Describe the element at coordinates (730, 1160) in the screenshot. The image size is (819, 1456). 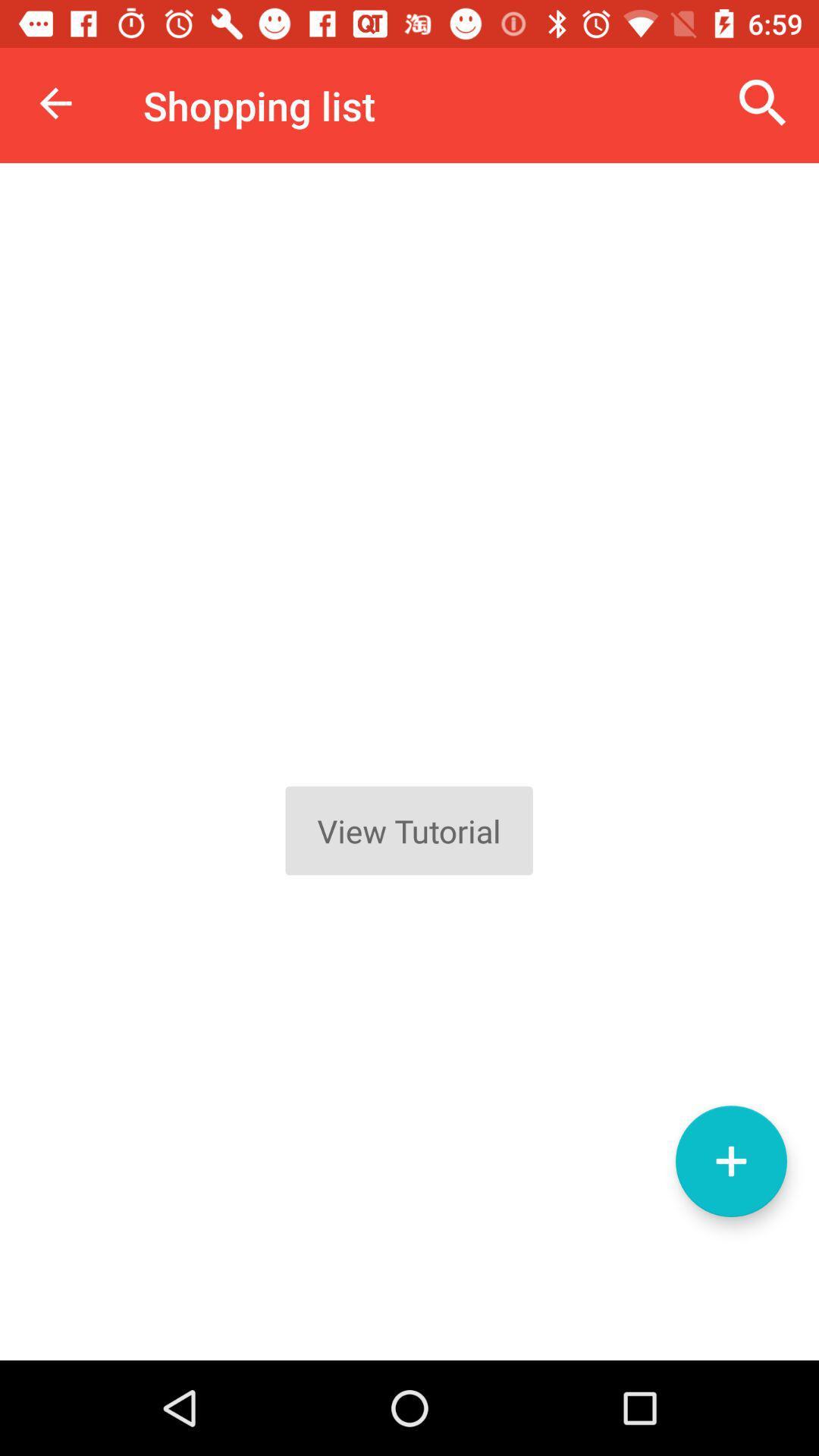
I see `item` at that location.